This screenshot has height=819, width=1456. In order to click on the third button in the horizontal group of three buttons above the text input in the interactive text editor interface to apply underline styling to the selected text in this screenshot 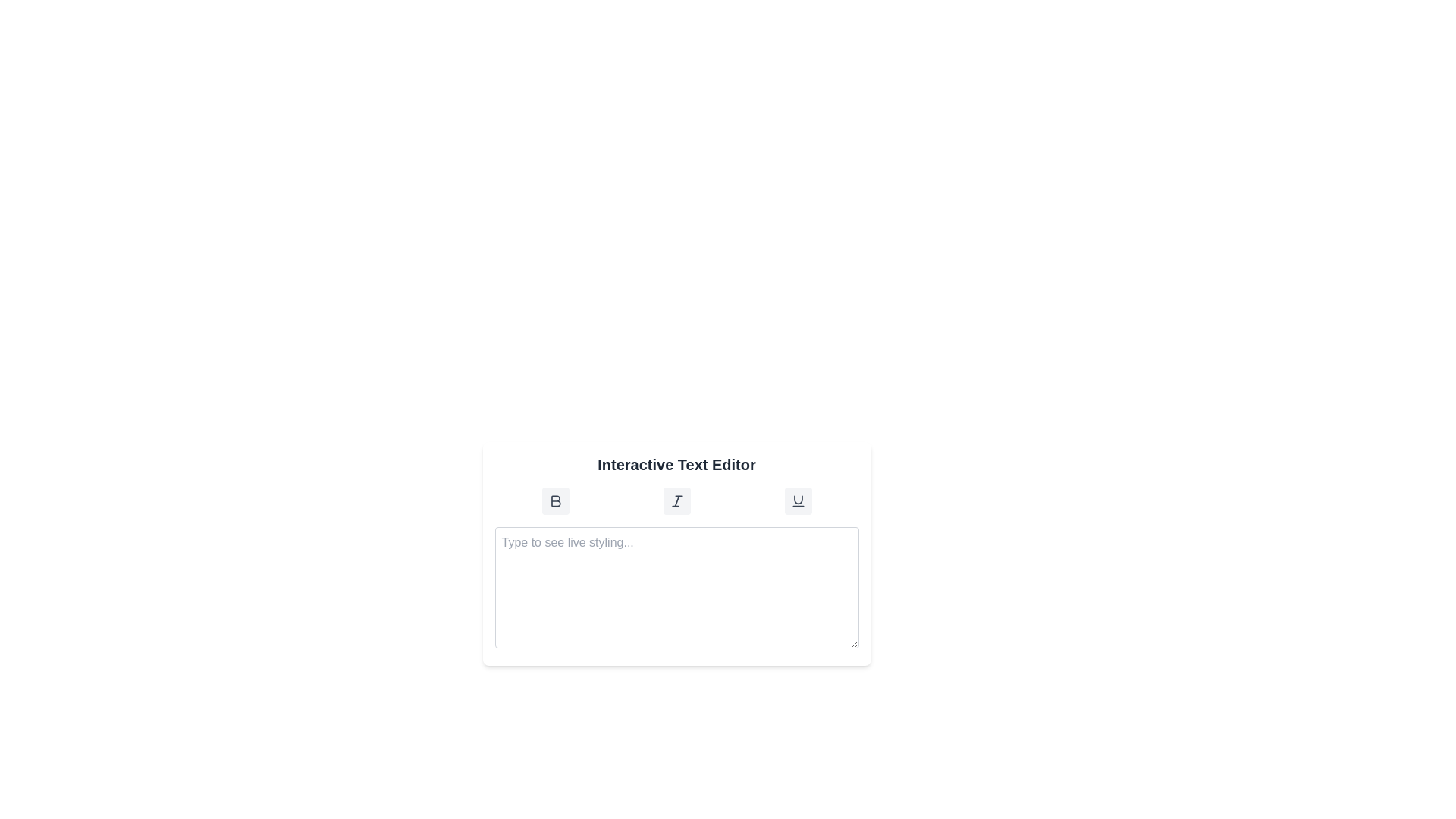, I will do `click(797, 500)`.